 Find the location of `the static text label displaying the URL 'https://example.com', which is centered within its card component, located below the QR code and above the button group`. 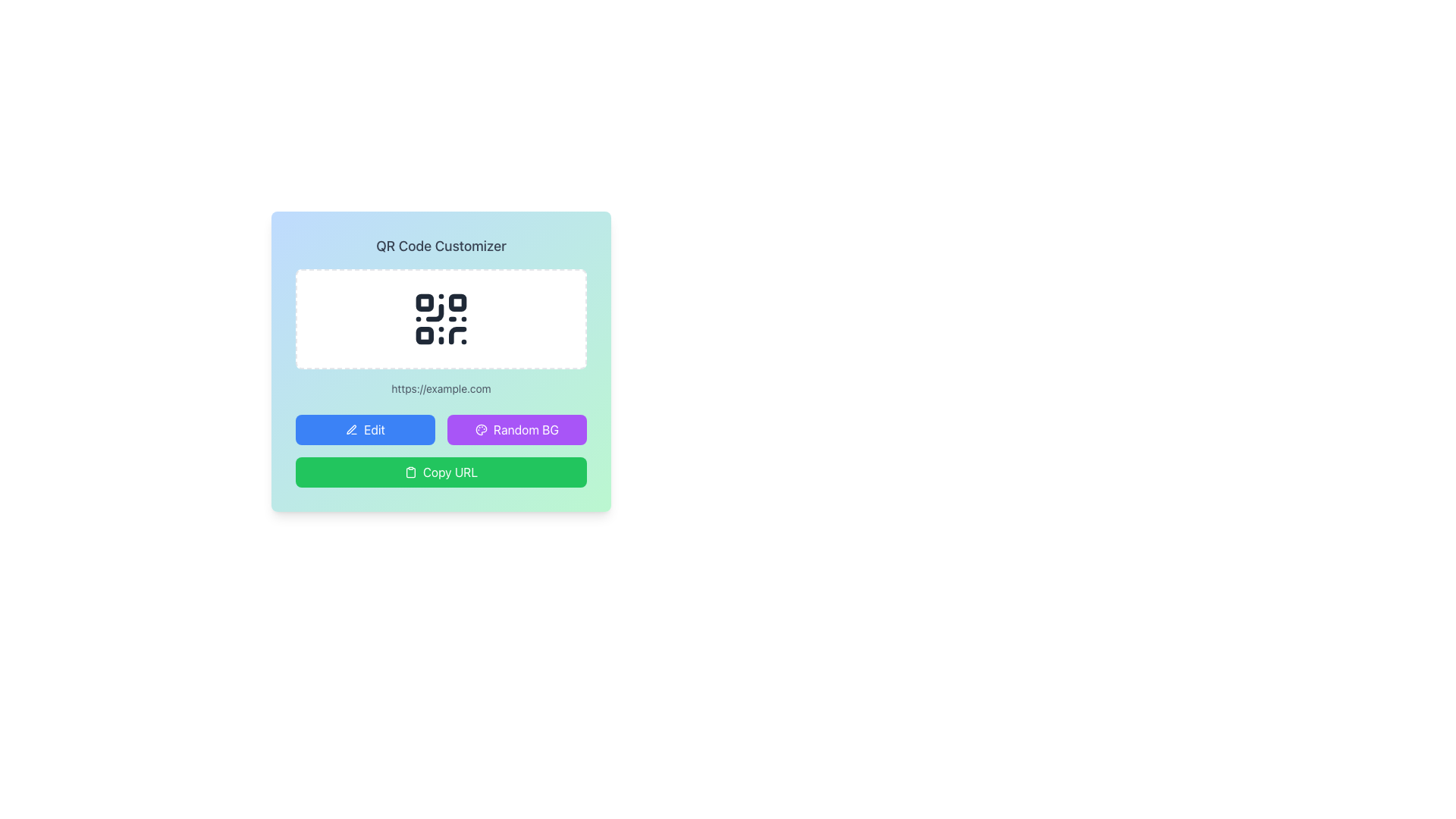

the static text label displaying the URL 'https://example.com', which is centered within its card component, located below the QR code and above the button group is located at coordinates (440, 388).